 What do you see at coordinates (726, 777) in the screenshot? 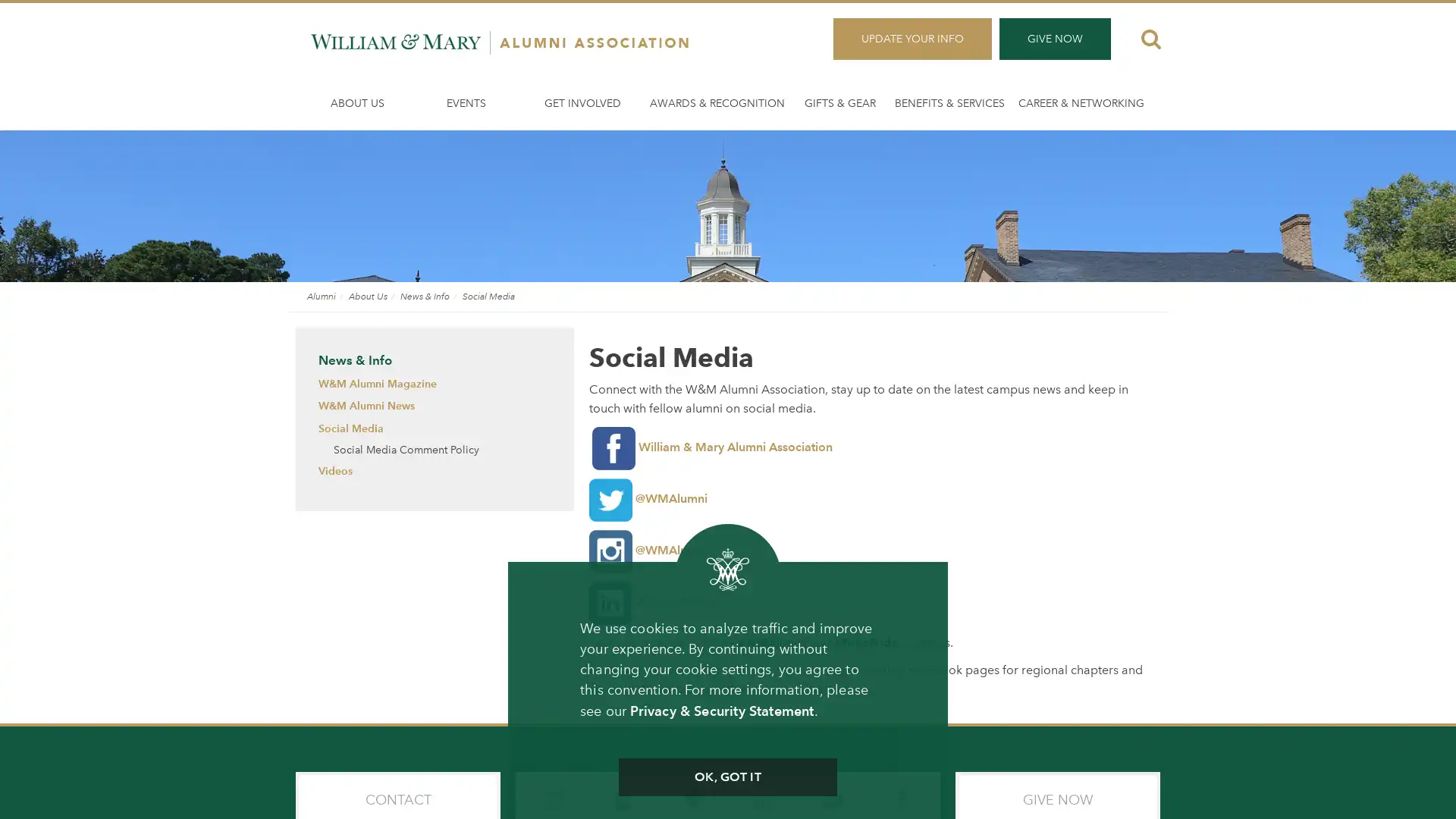
I see `OK, GOT IT` at bounding box center [726, 777].